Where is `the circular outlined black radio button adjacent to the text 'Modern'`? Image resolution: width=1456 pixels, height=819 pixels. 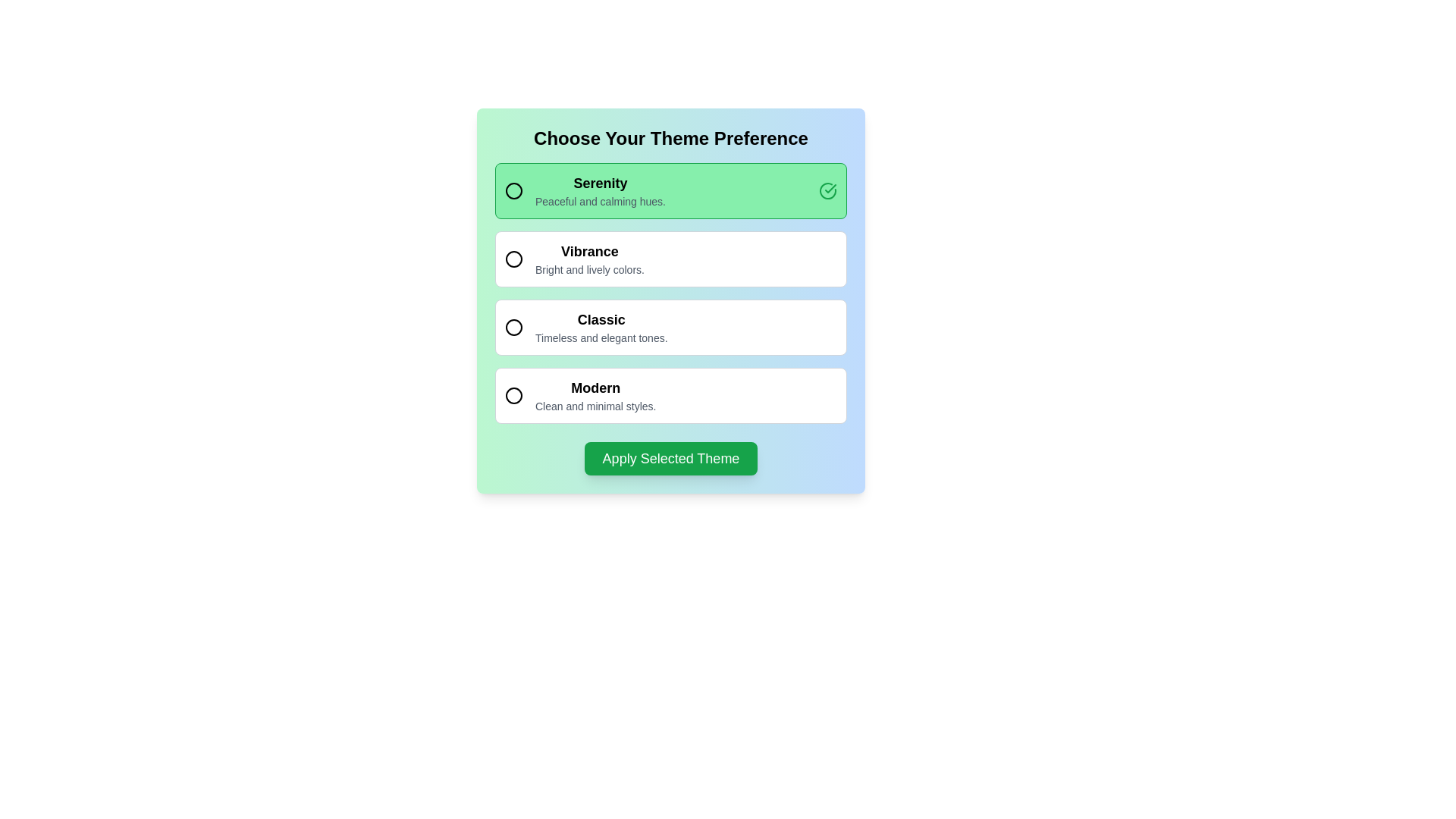 the circular outlined black radio button adjacent to the text 'Modern' is located at coordinates (513, 394).